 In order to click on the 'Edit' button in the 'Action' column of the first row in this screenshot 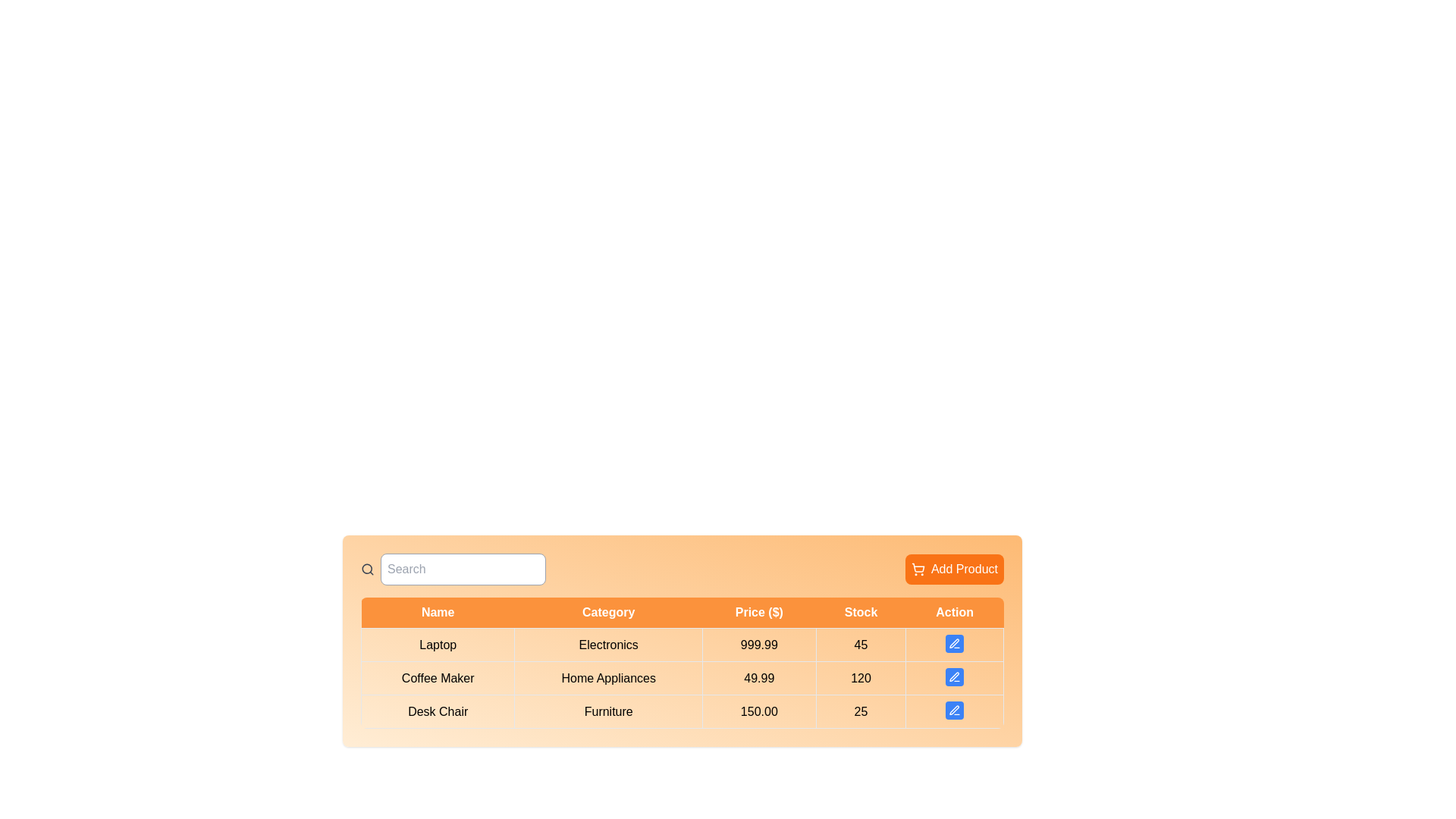, I will do `click(953, 643)`.